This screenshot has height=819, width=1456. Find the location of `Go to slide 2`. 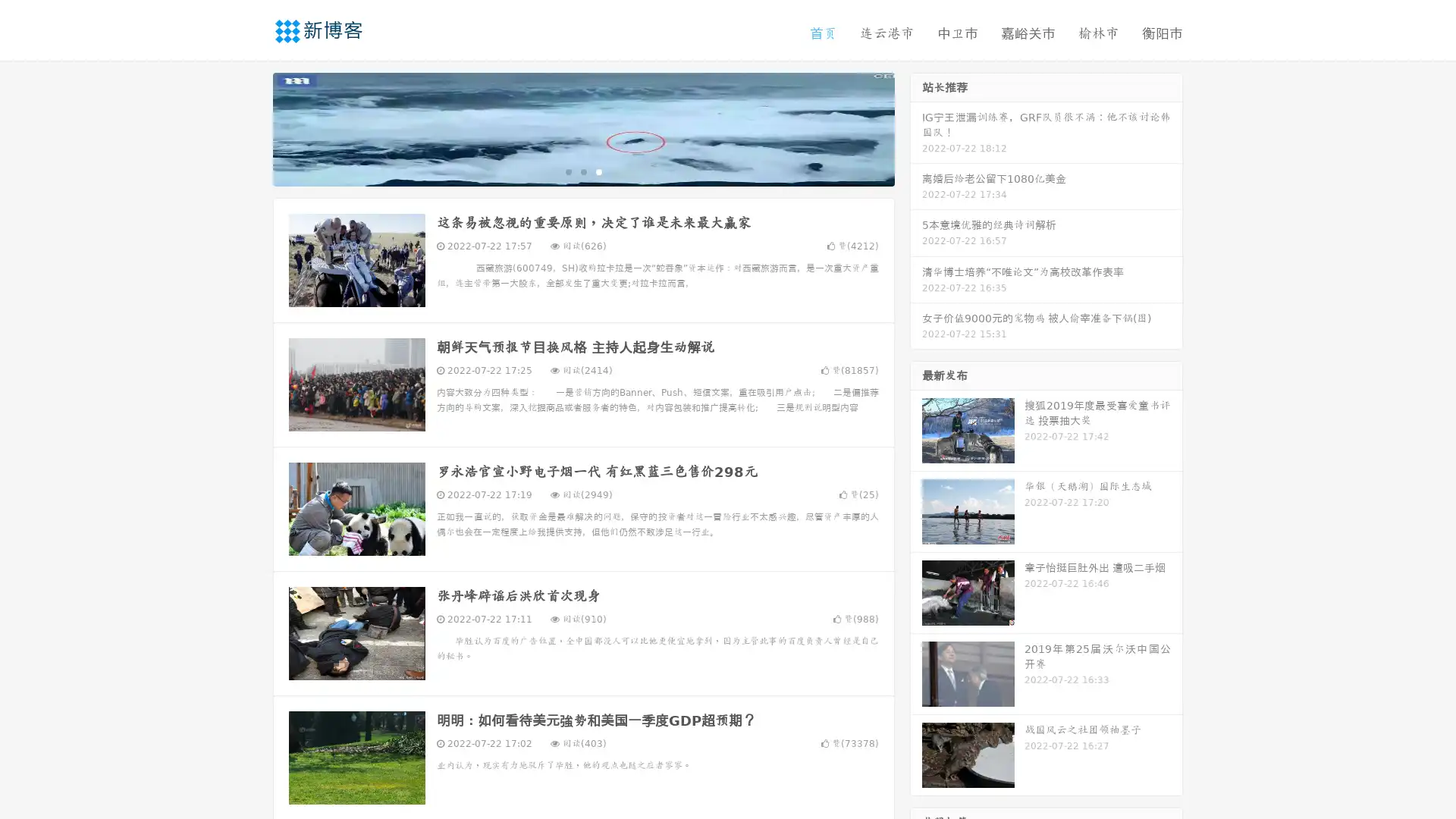

Go to slide 2 is located at coordinates (582, 171).